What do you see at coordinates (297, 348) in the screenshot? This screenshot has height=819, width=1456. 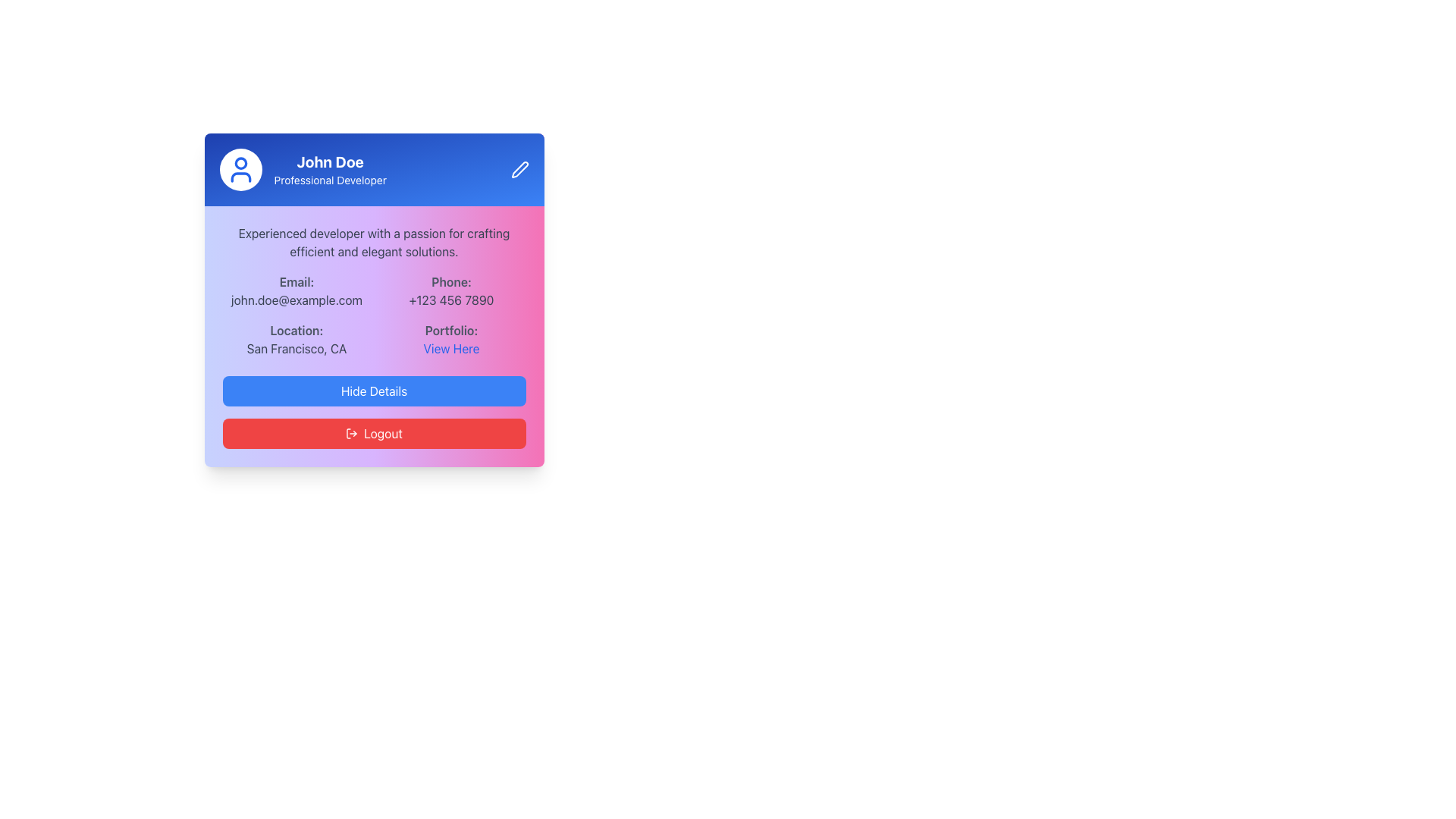 I see `the Text Display element that shows the location information, which is positioned below the 'Location:' label in the user information card layout` at bounding box center [297, 348].